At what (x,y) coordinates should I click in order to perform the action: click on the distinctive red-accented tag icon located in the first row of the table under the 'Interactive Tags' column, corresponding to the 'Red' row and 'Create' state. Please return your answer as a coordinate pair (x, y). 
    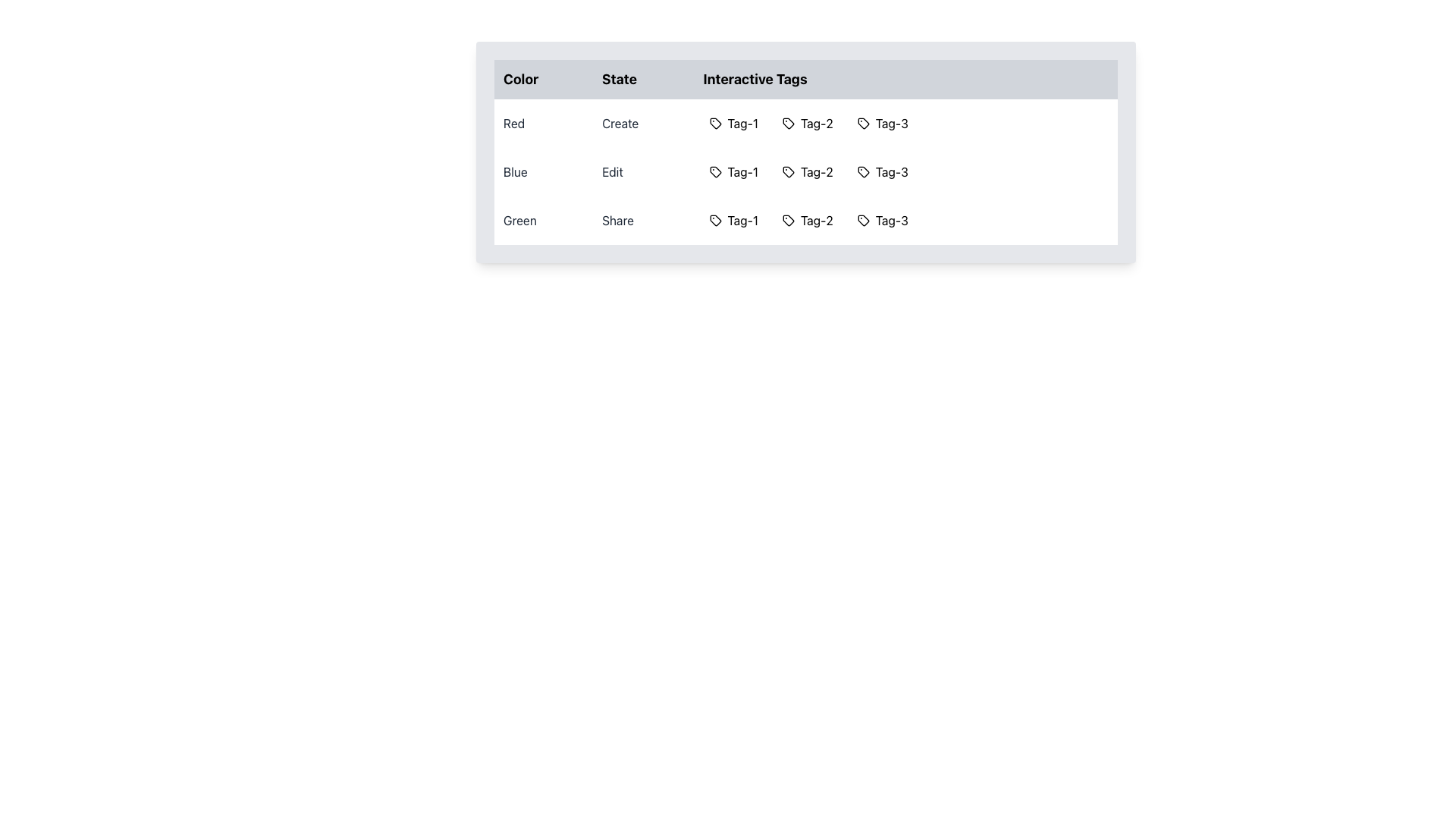
    Looking at the image, I should click on (714, 122).